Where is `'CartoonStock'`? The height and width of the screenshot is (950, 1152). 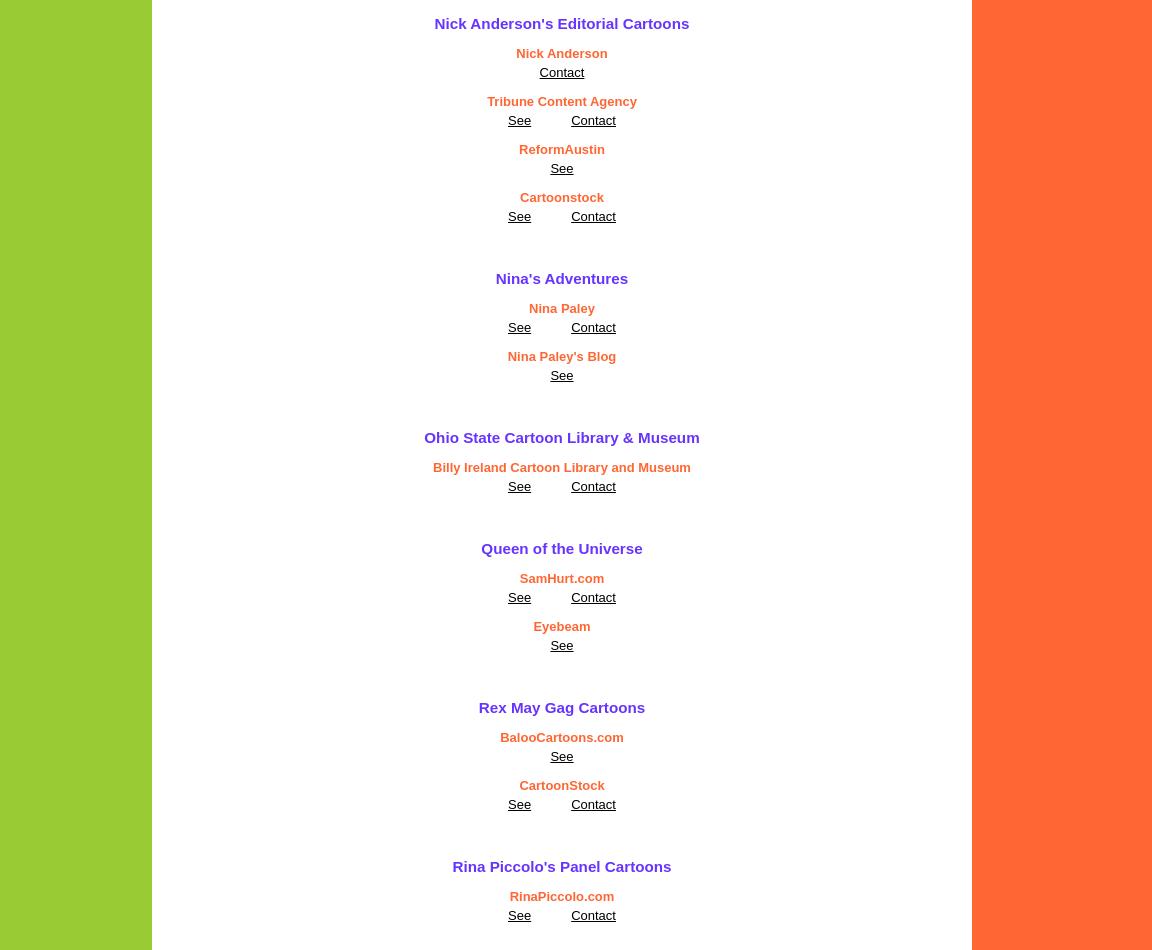
'CartoonStock' is located at coordinates (561, 784).